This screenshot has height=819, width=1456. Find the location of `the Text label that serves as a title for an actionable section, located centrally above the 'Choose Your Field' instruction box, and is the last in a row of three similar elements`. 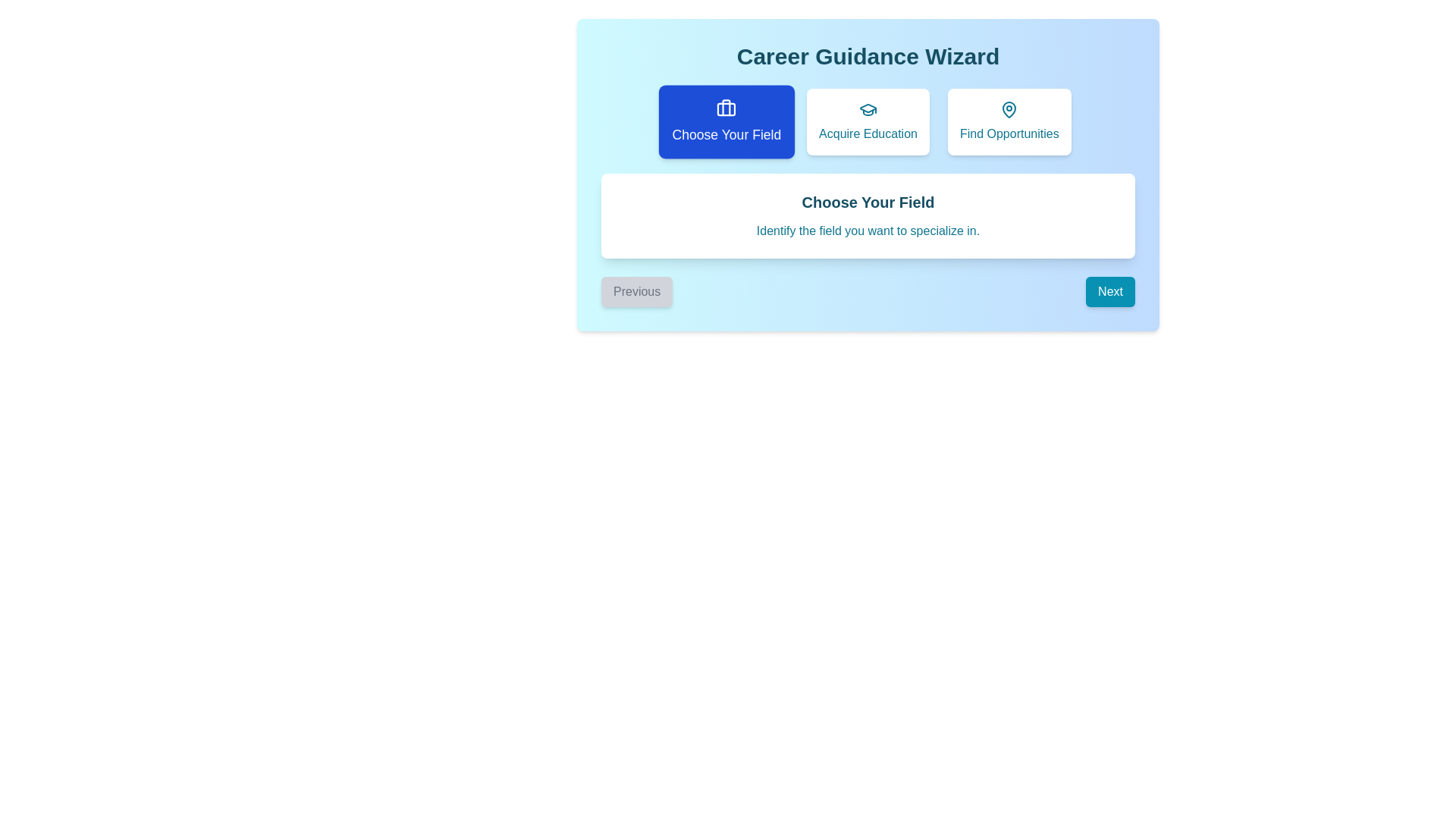

the Text label that serves as a title for an actionable section, located centrally above the 'Choose Your Field' instruction box, and is the last in a row of three similar elements is located at coordinates (1009, 133).